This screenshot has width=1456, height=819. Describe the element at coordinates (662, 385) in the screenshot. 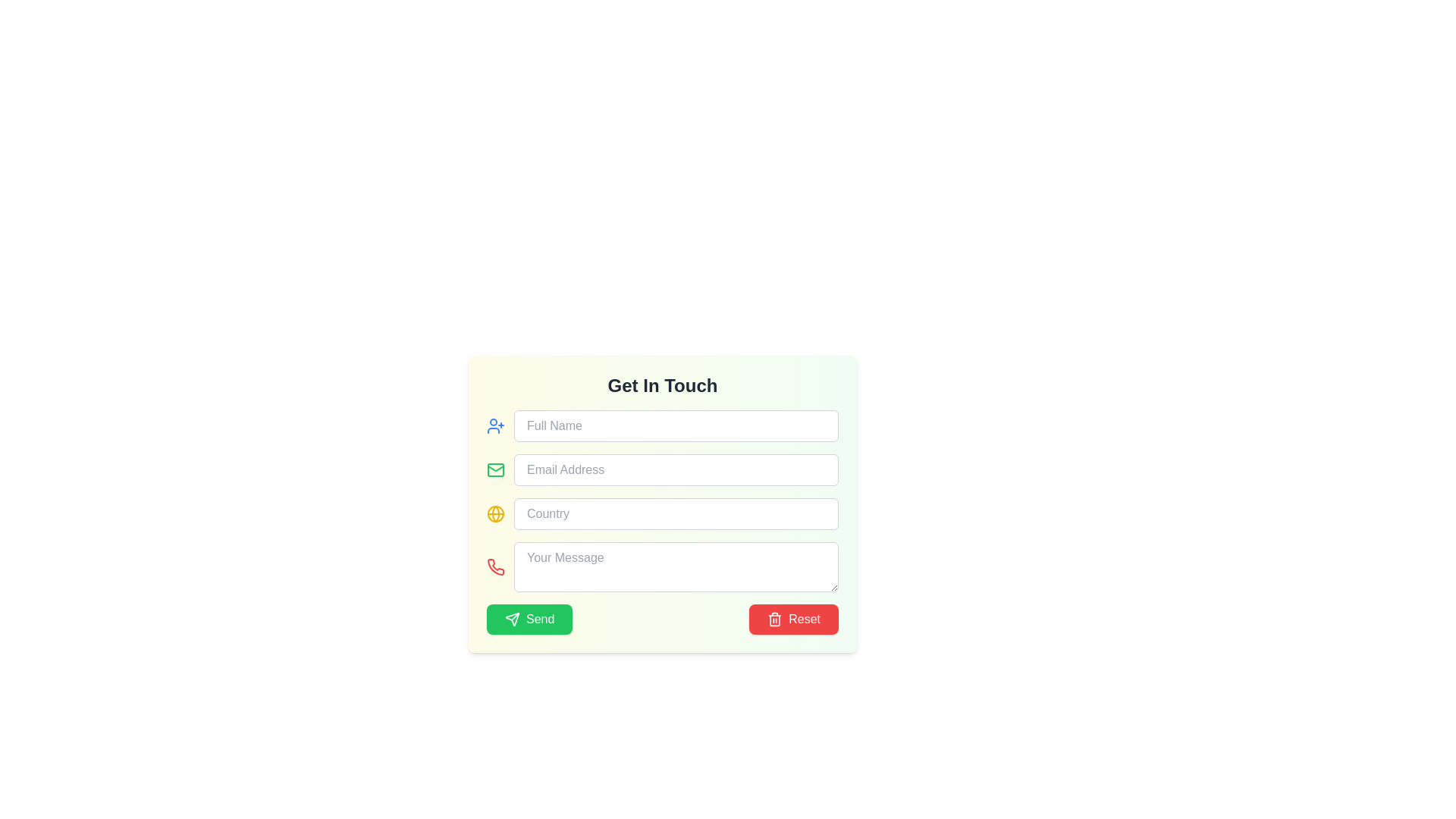

I see `the bold-heading text displaying 'Get In Touch' which is centered at the top of the form-like interface` at that location.